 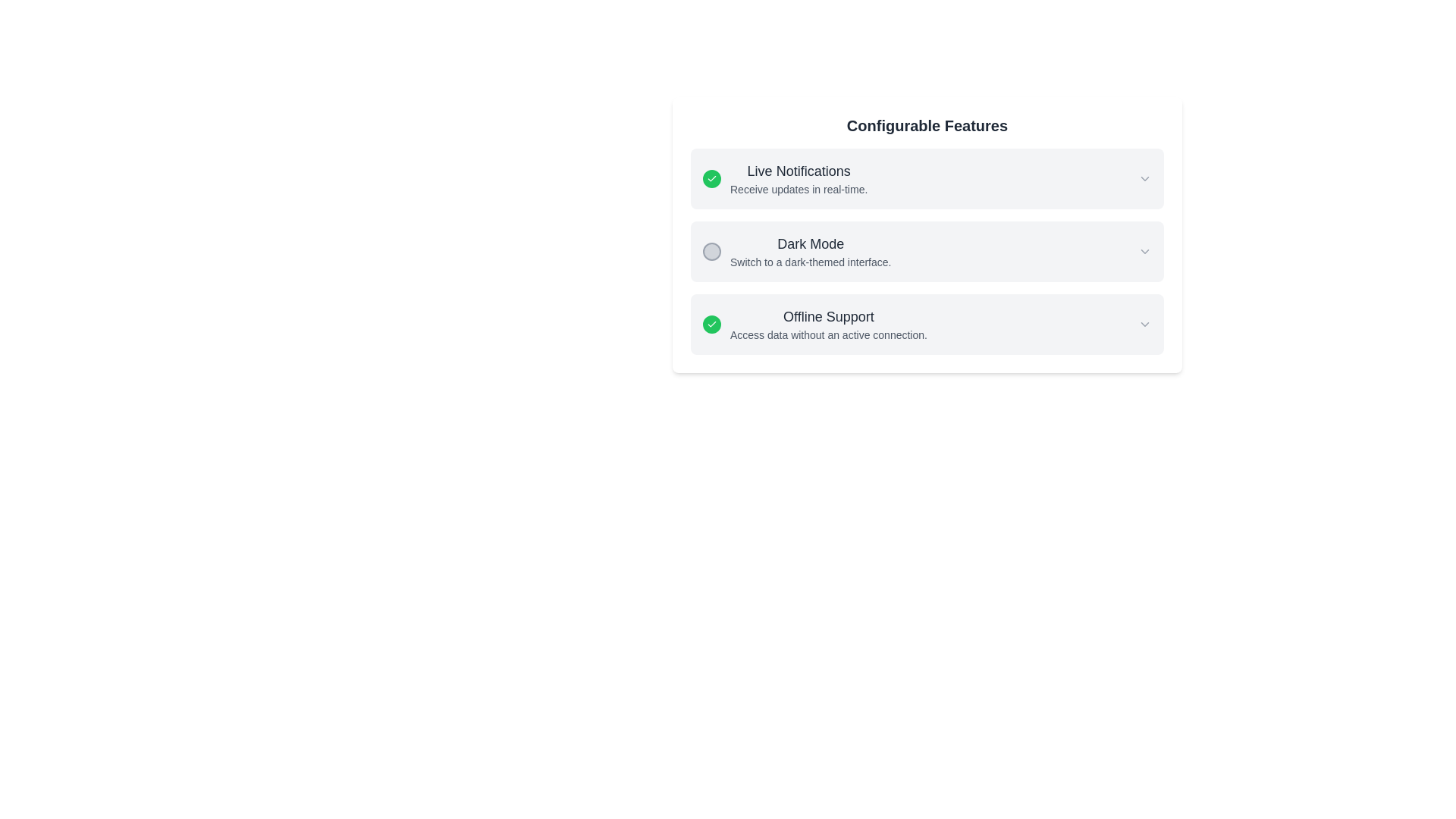 I want to click on the 'Dark Mode' label which is styled with a large bold font and is located above the description text in the settings section, so click(x=810, y=243).